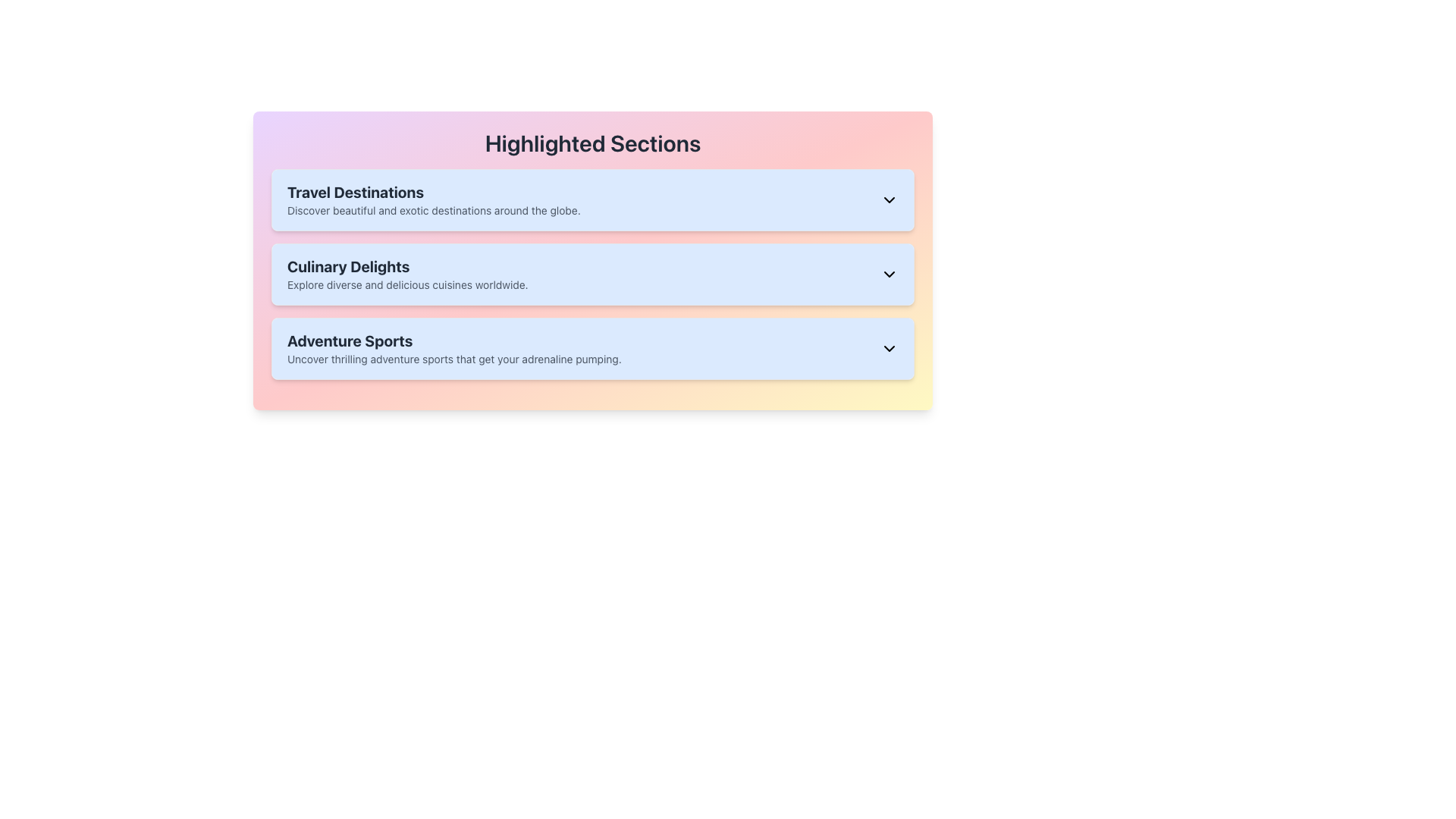  I want to click on the small, gray text that says 'Discover beautiful and exotic destinations around the globe.', which is located directly below the bold 'Travel Destinations' heading, so click(433, 210).